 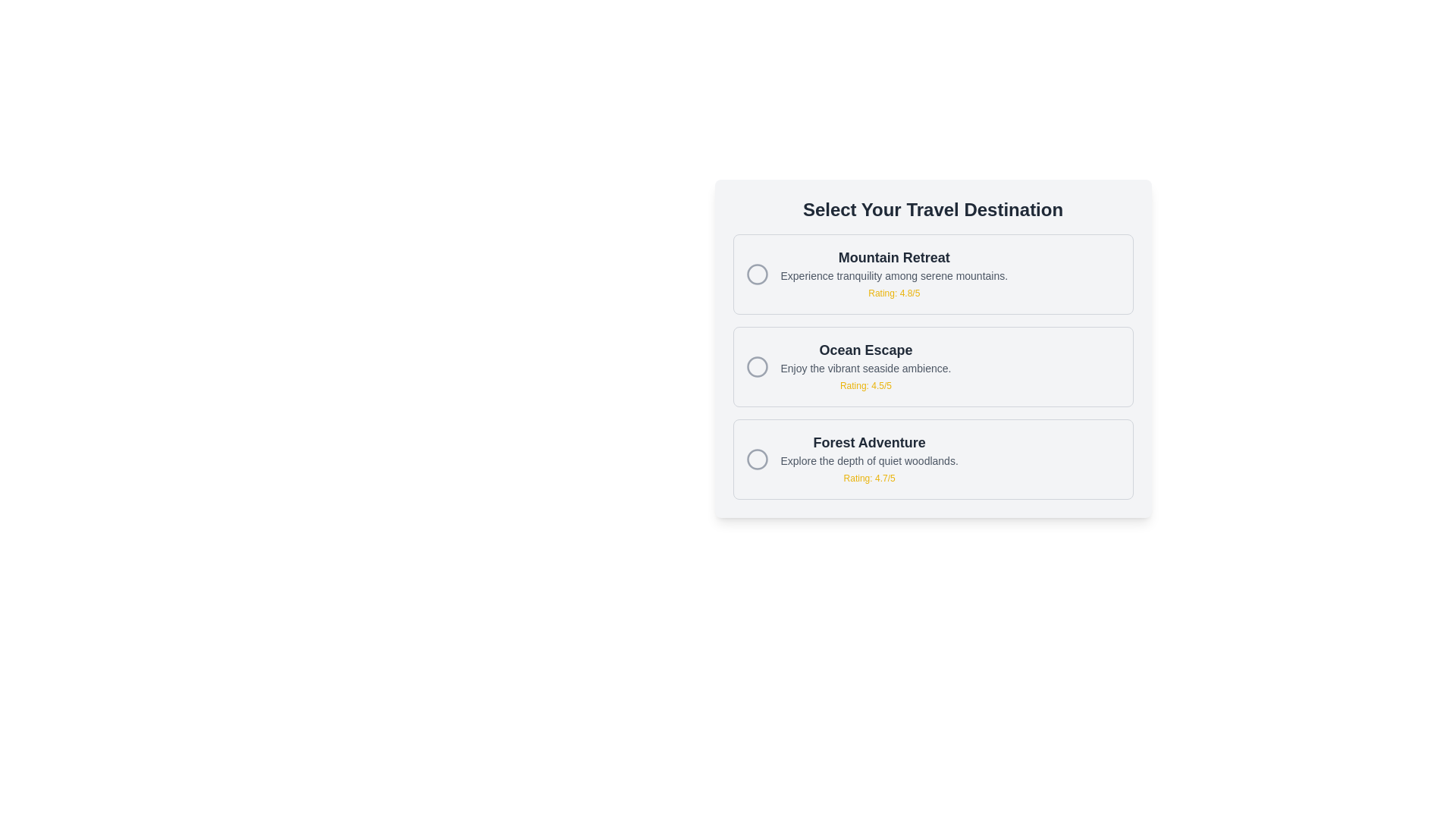 I want to click on the Text Label that serves as a header for a travel destination option, summarizing the main theme of the choice, so click(x=869, y=442).